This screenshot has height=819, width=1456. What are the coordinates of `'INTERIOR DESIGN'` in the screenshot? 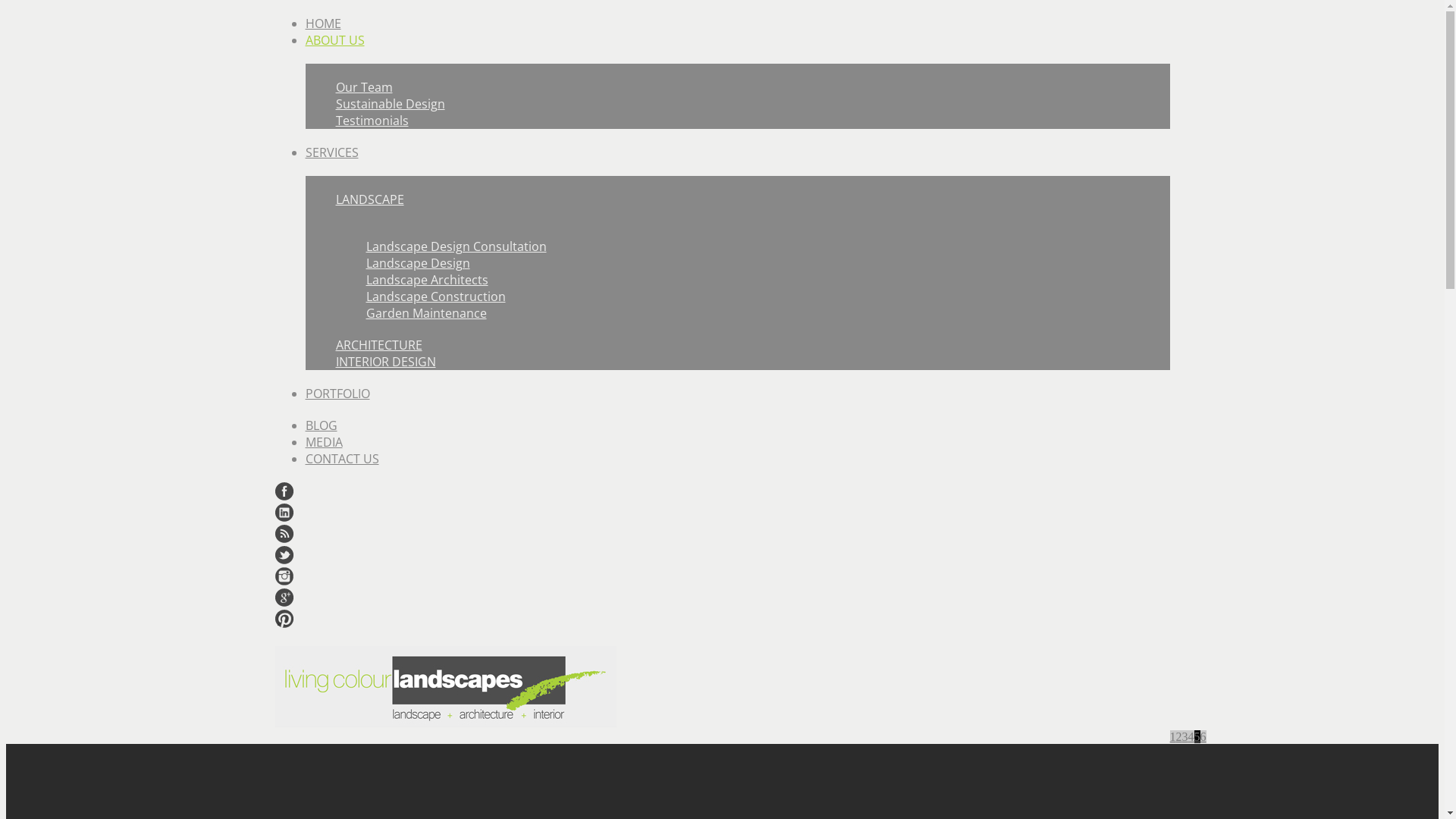 It's located at (385, 362).